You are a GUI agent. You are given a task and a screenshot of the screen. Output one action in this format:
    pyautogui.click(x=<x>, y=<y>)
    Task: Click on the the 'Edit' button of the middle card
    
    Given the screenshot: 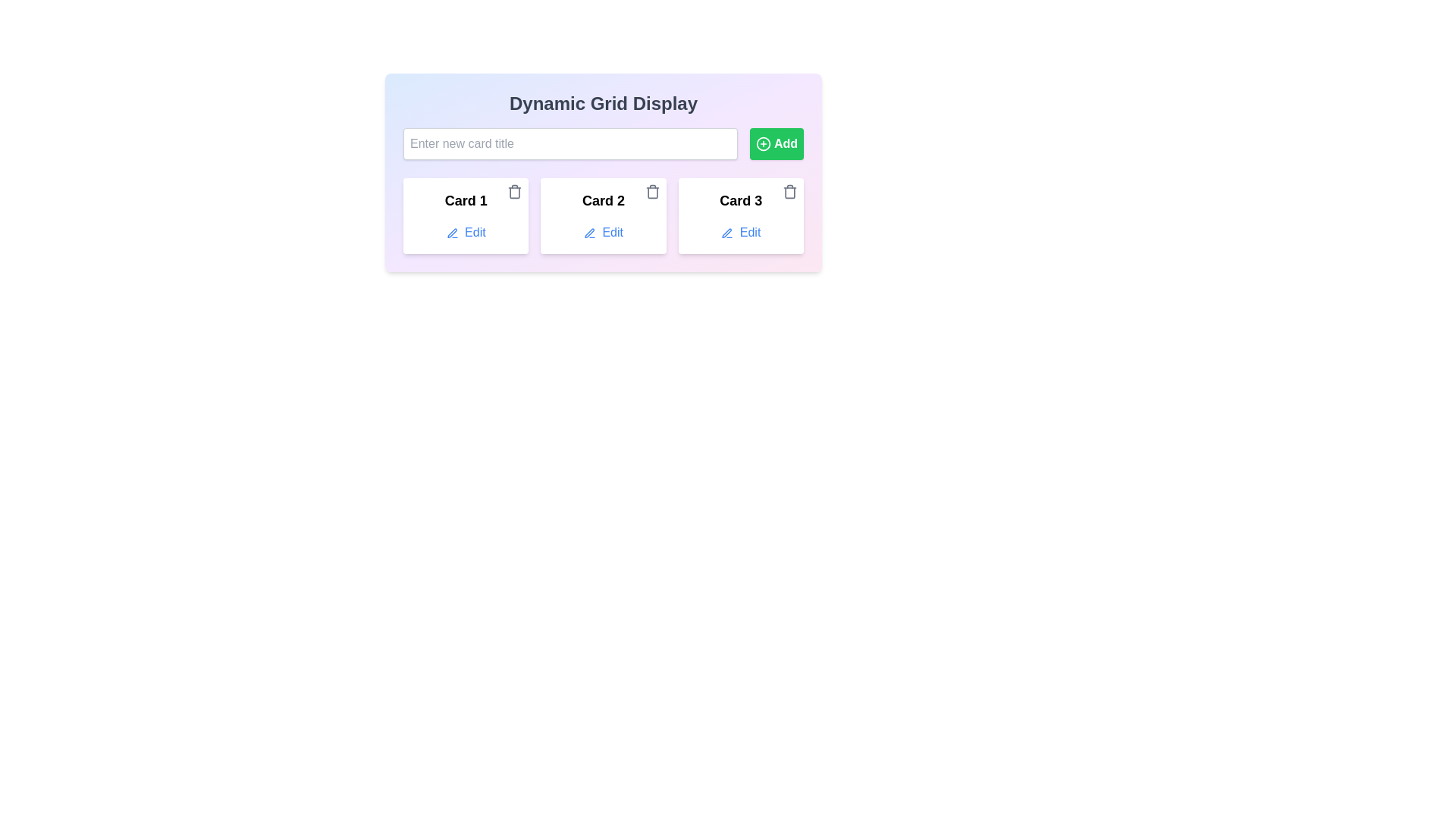 What is the action you would take?
    pyautogui.click(x=603, y=216)
    